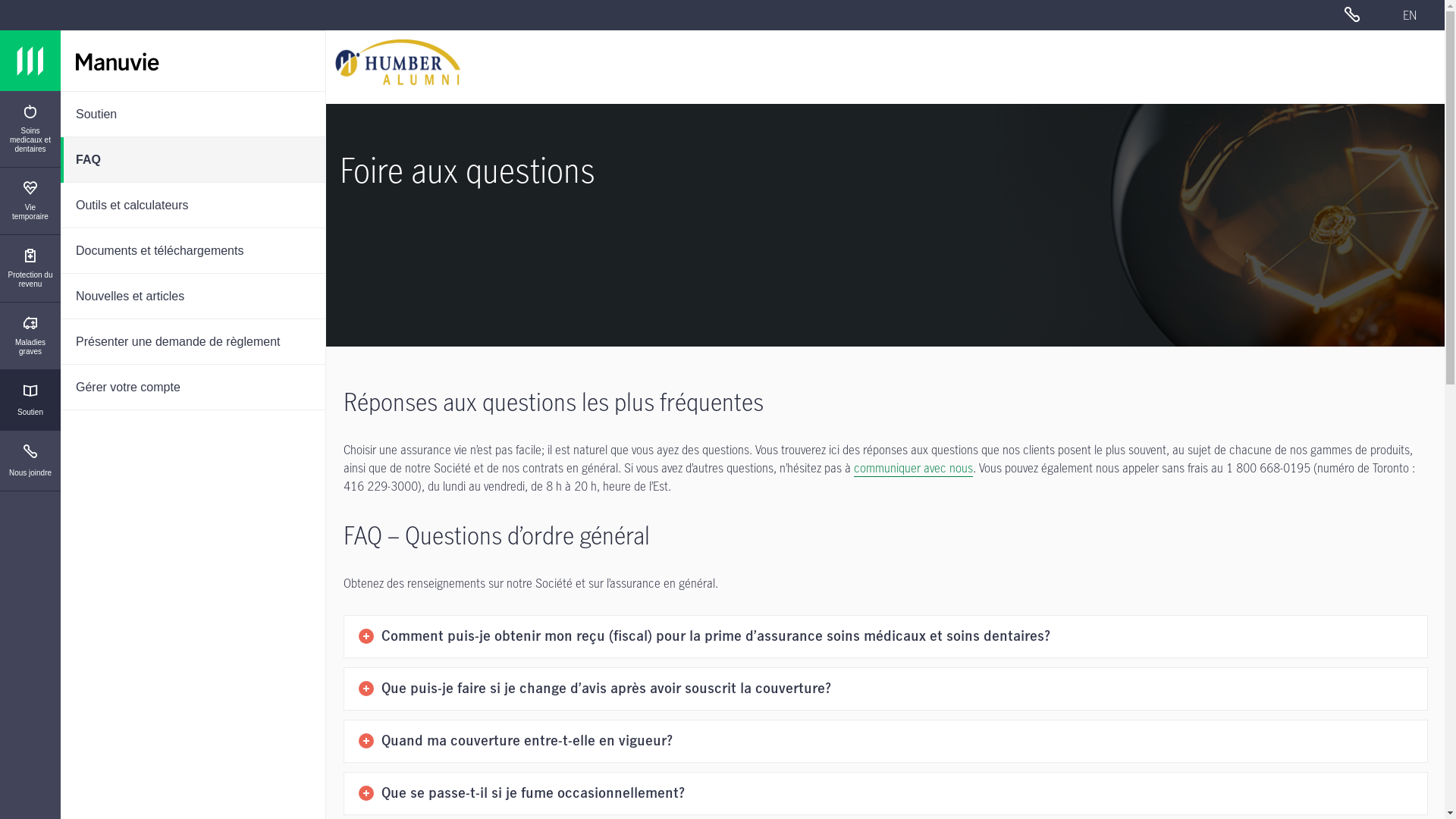  Describe the element at coordinates (30, 335) in the screenshot. I see `'Maladies graves'` at that location.